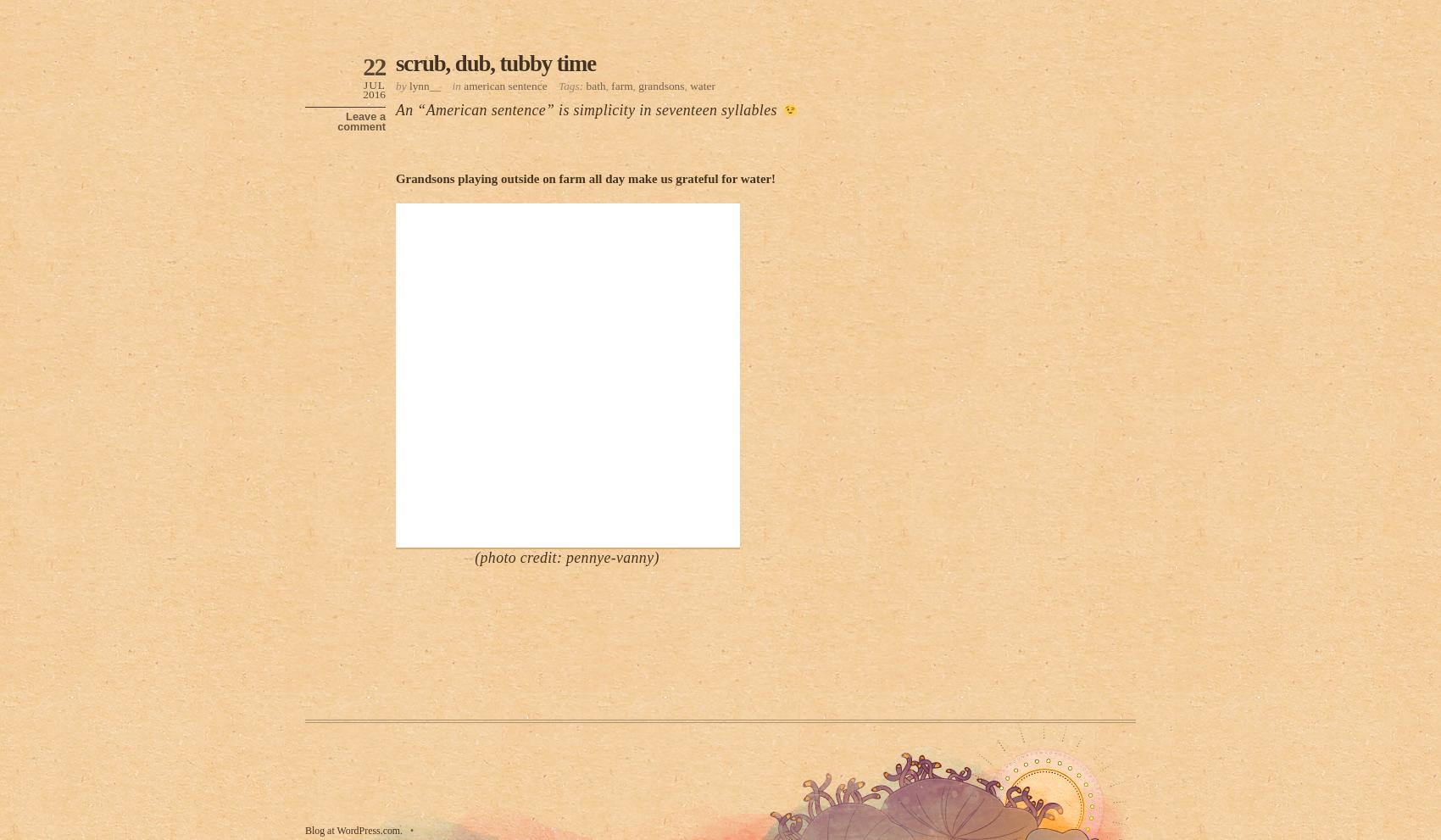  What do you see at coordinates (473, 557) in the screenshot?
I see `'(photo credit: pennye-vanny)'` at bounding box center [473, 557].